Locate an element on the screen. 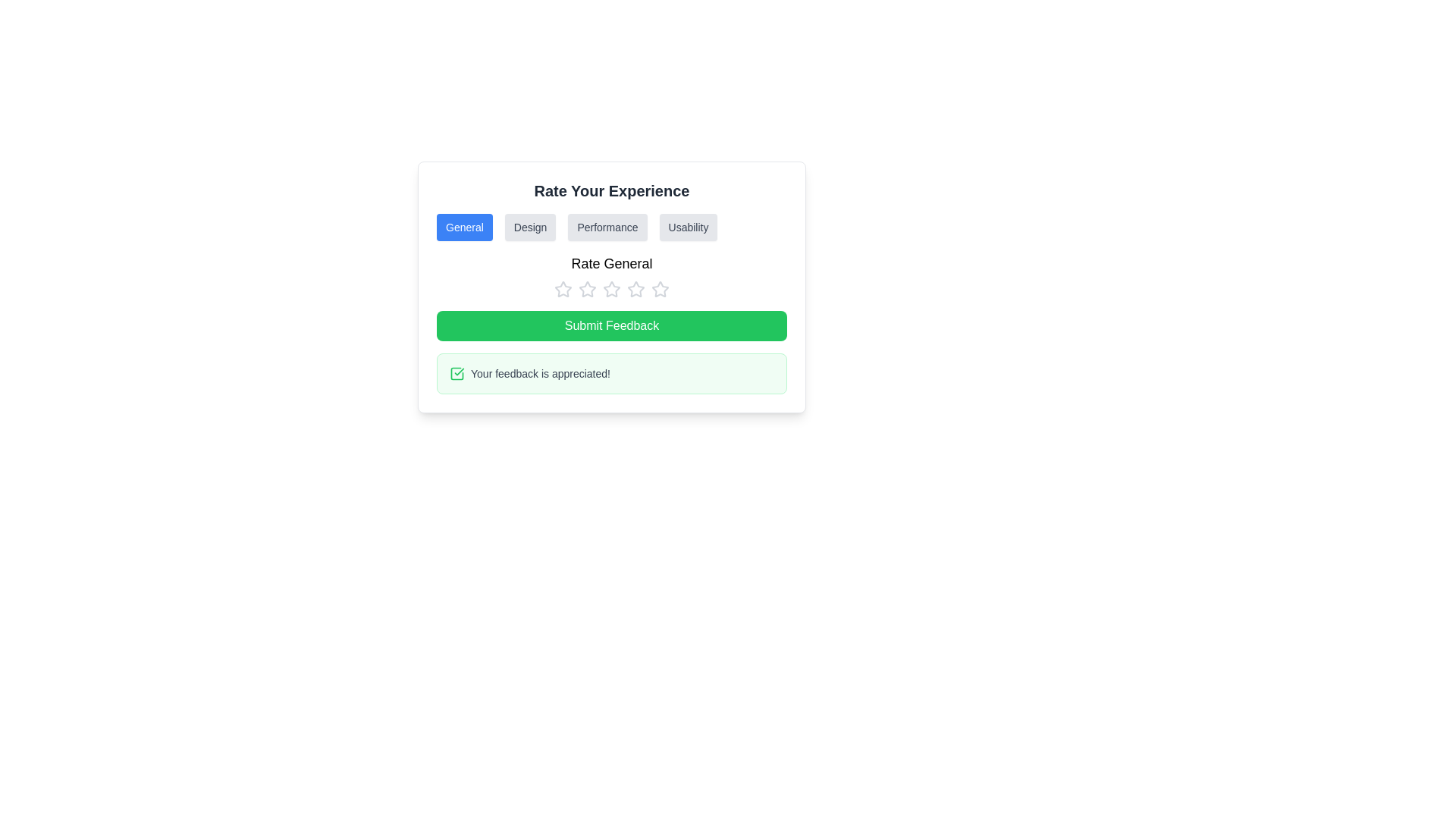  the third button in the horizontally-aligned group of four buttons, which filters or navigates to content related to 'Performance' is located at coordinates (607, 227).